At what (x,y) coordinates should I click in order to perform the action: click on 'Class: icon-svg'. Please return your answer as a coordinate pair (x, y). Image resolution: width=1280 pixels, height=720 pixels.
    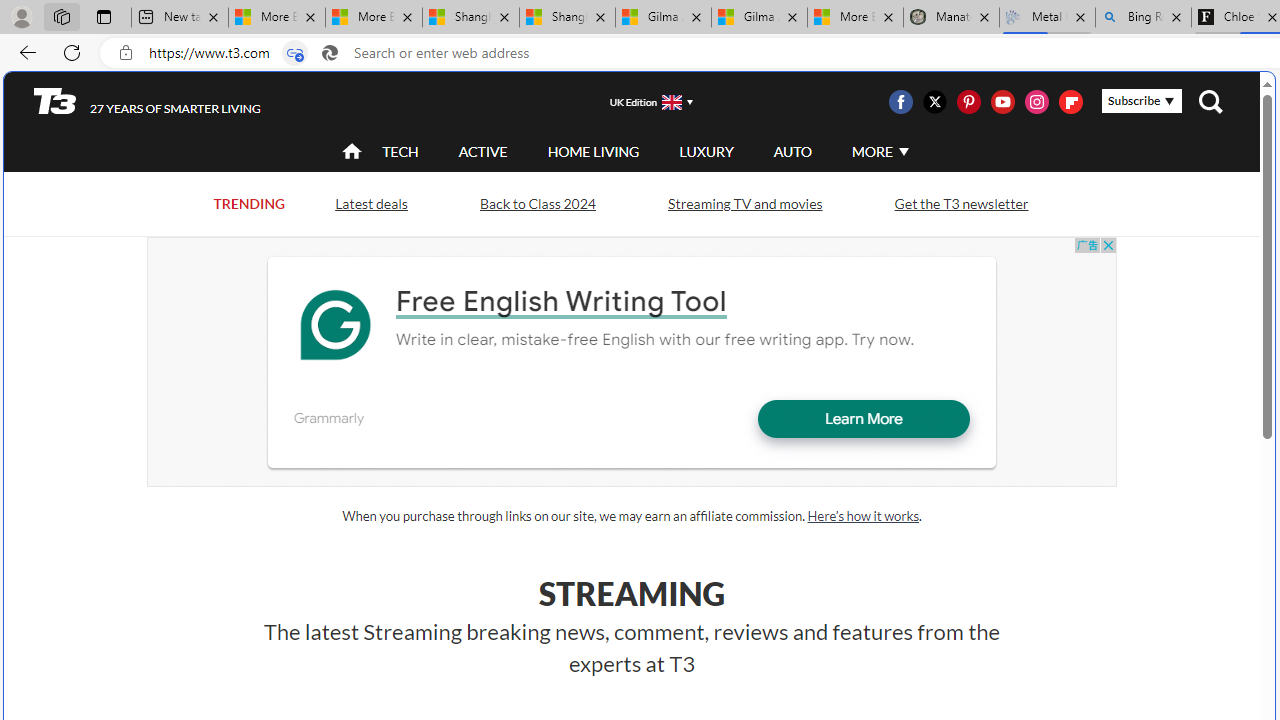
    Looking at the image, I should click on (1069, 101).